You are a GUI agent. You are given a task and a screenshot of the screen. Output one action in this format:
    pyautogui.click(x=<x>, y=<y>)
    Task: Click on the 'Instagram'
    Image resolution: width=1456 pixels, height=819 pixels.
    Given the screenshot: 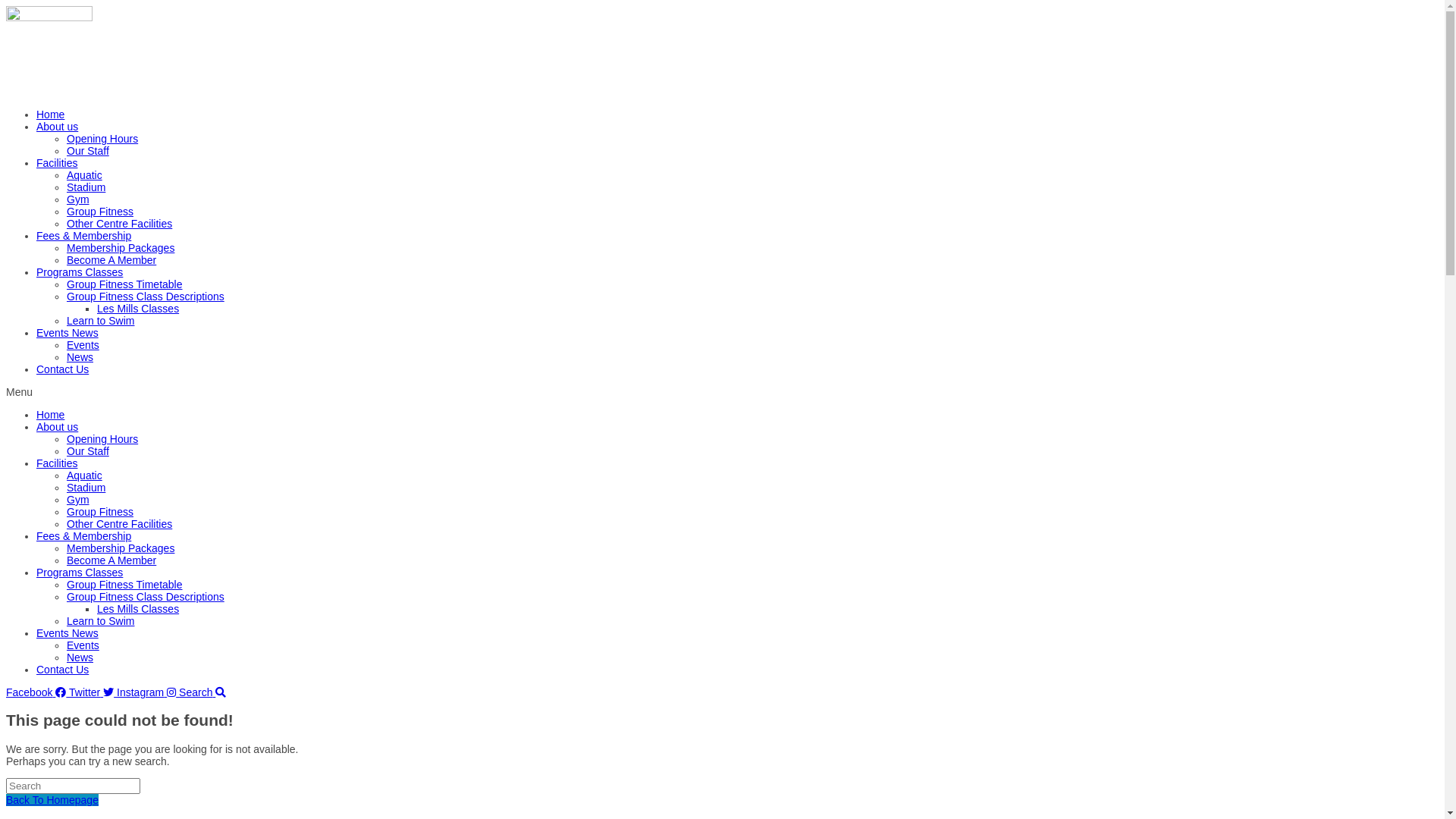 What is the action you would take?
    pyautogui.click(x=148, y=692)
    